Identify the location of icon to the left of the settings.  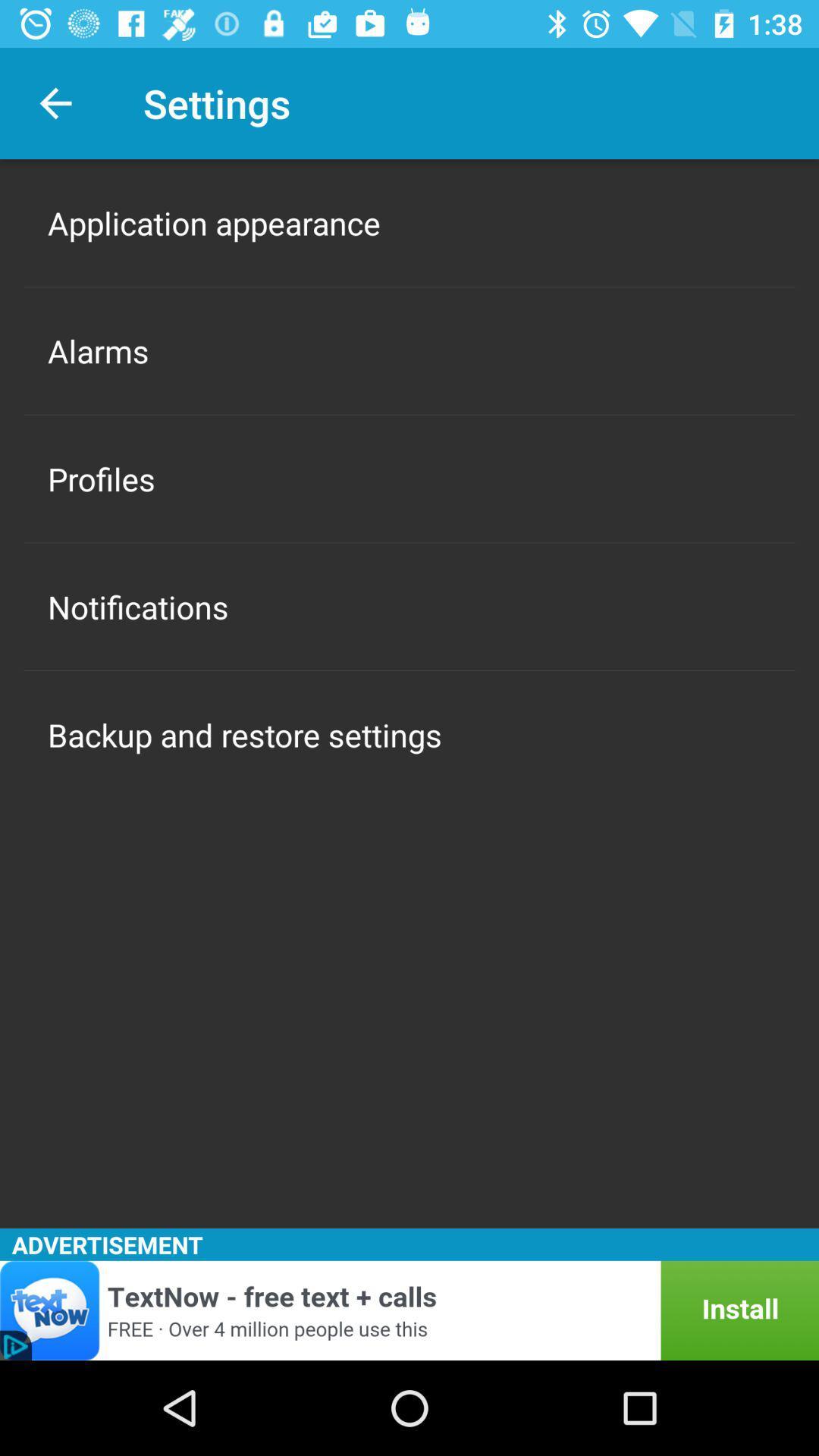
(55, 102).